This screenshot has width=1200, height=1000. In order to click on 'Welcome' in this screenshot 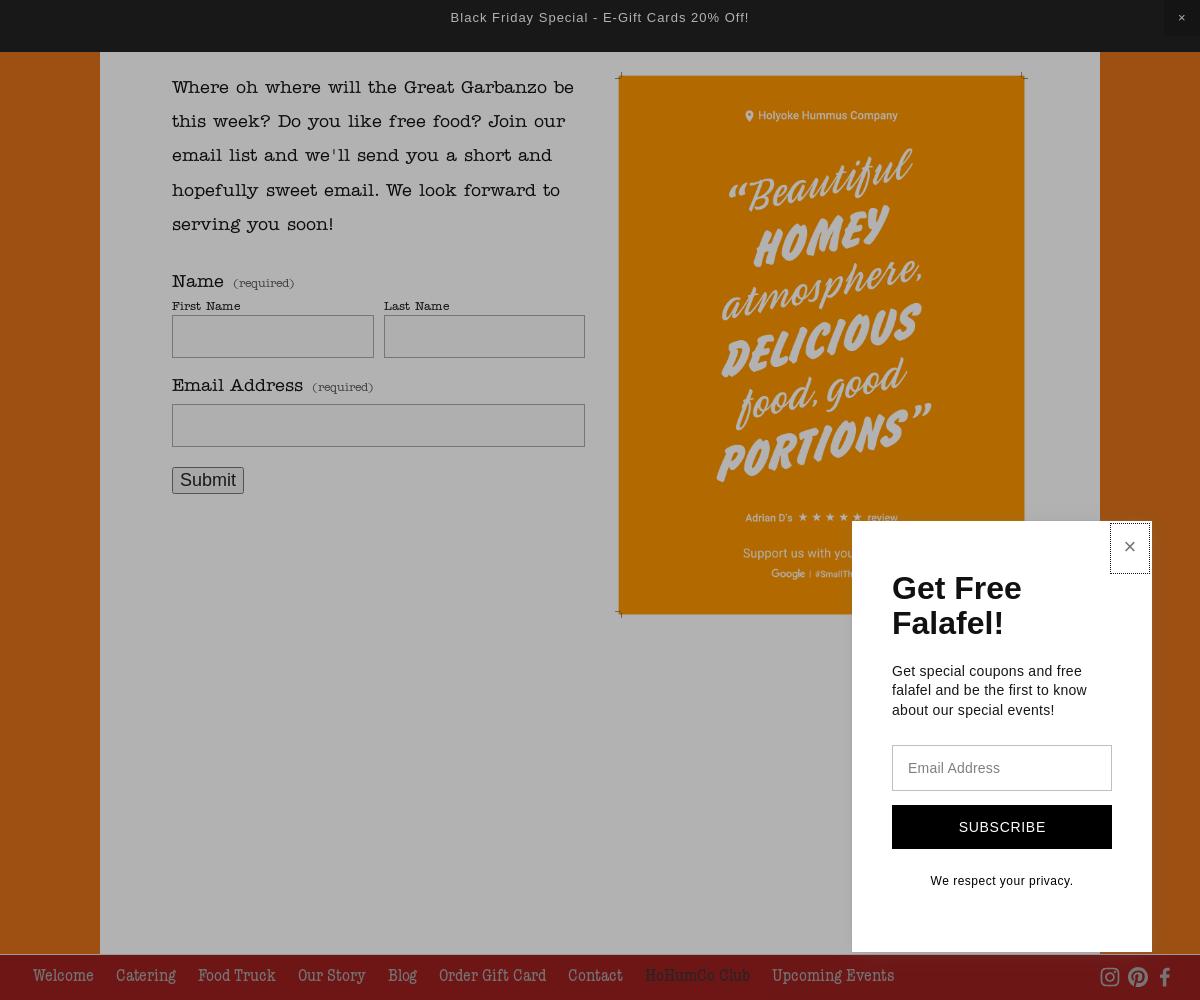, I will do `click(63, 974)`.